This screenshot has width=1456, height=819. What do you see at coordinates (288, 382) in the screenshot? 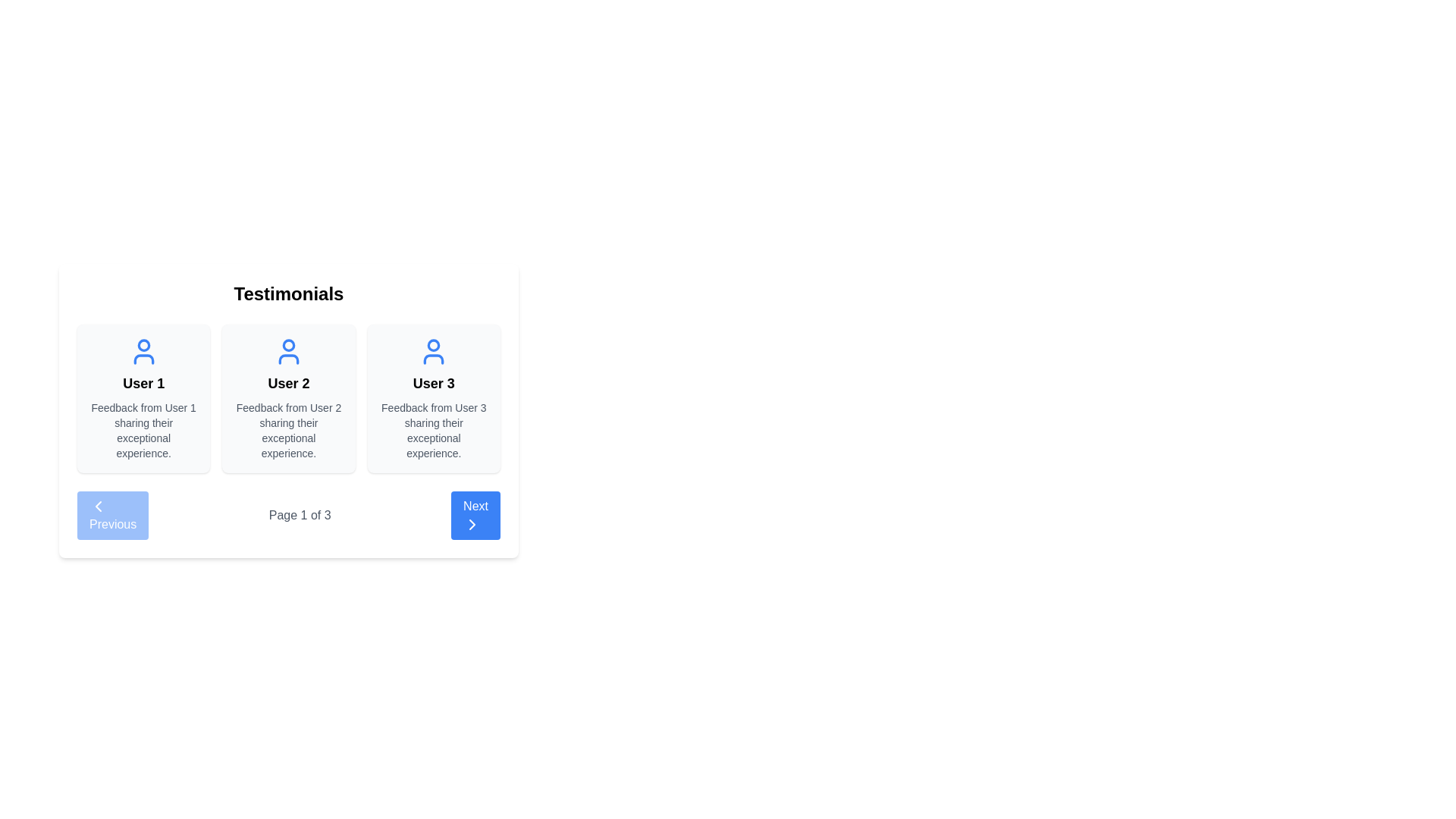
I see `the text element that identifies the user testimonial section labeled 'User 2', which is positioned directly under the user icon associated with 'User 2'` at bounding box center [288, 382].